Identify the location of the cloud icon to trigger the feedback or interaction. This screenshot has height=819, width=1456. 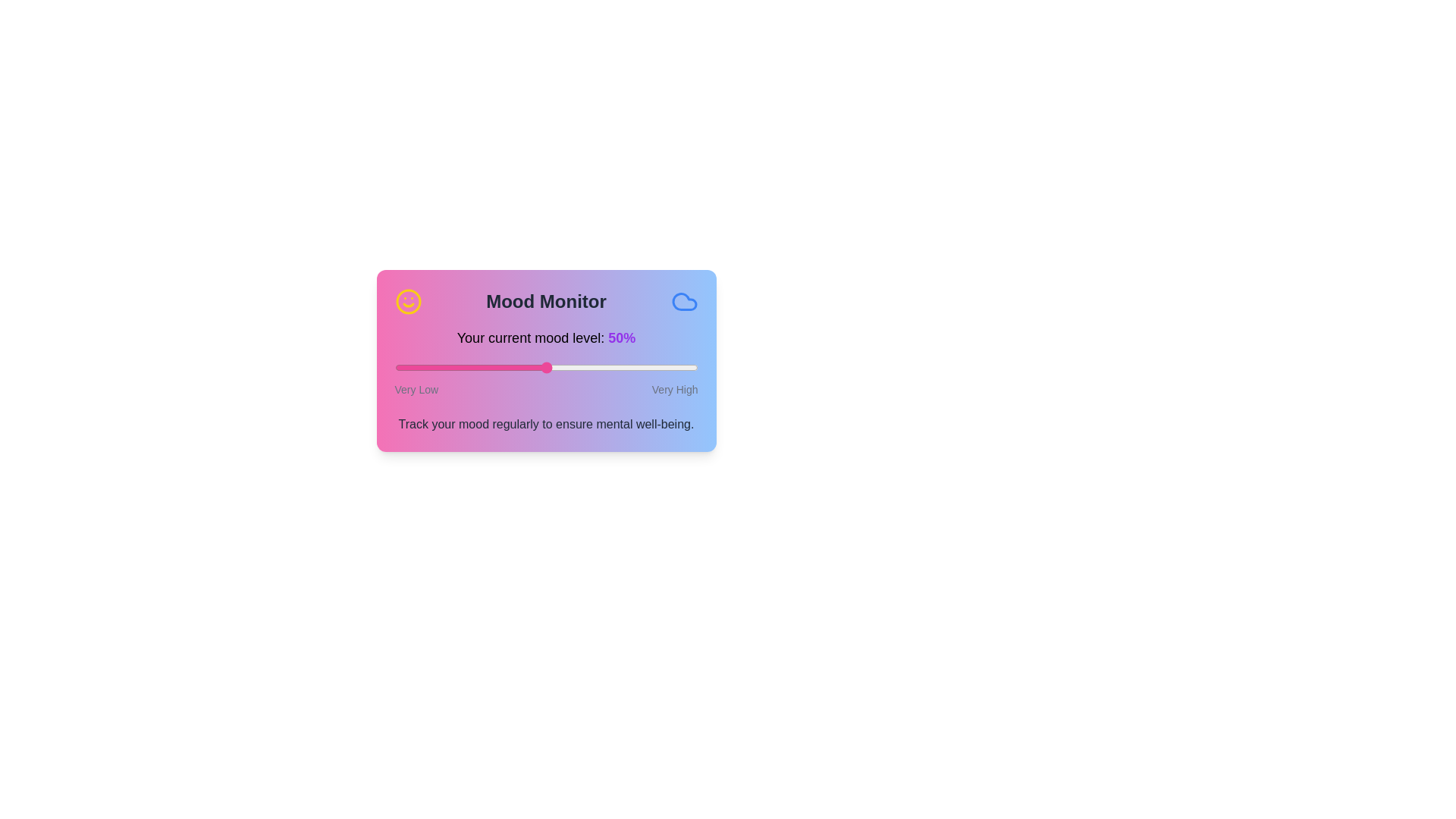
(683, 301).